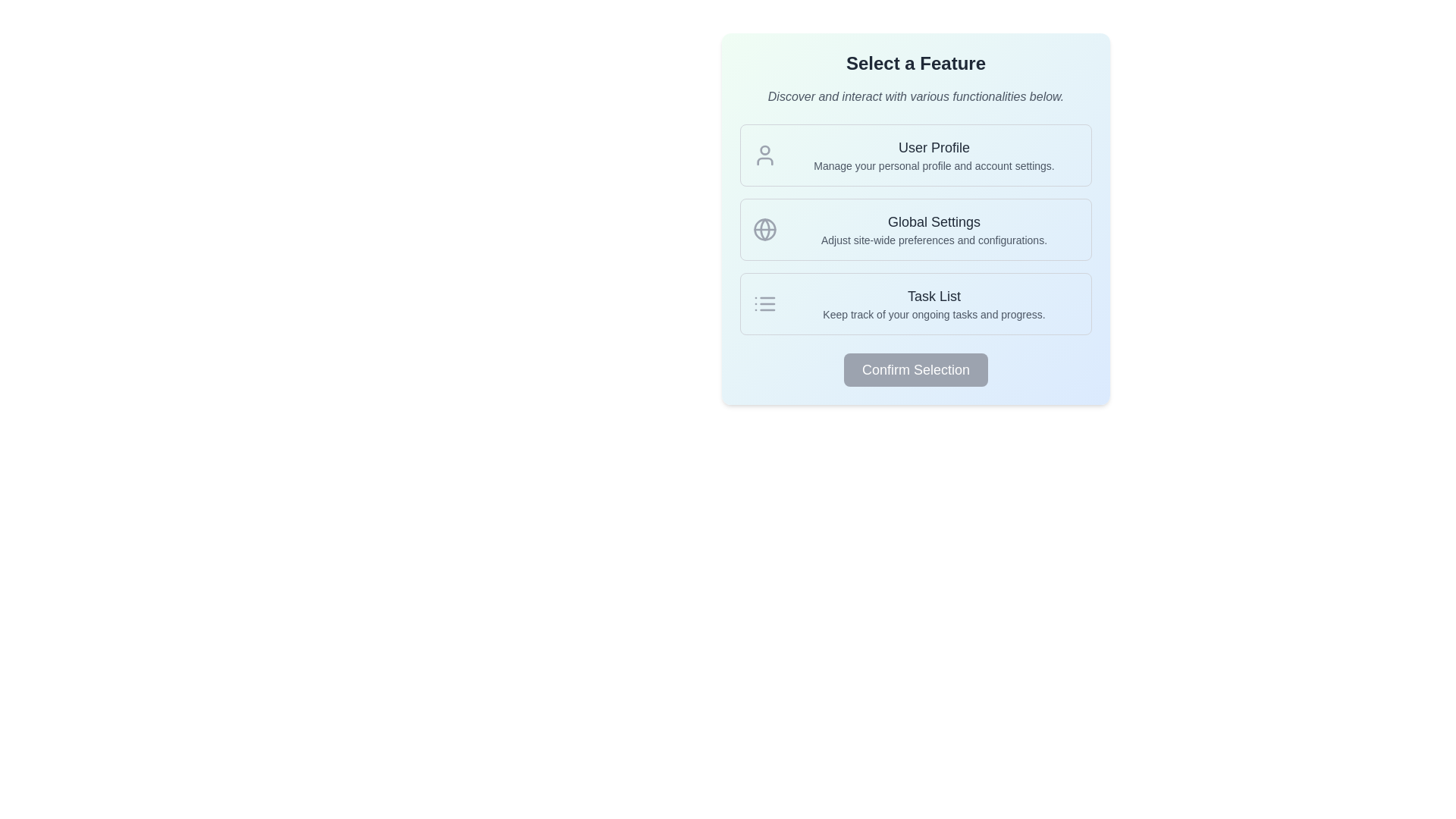 Image resolution: width=1456 pixels, height=819 pixels. Describe the element at coordinates (934, 222) in the screenshot. I see `the 'Global Settings' text label, which serves as a title identifying the section for site-wide preferences and configurations` at that location.